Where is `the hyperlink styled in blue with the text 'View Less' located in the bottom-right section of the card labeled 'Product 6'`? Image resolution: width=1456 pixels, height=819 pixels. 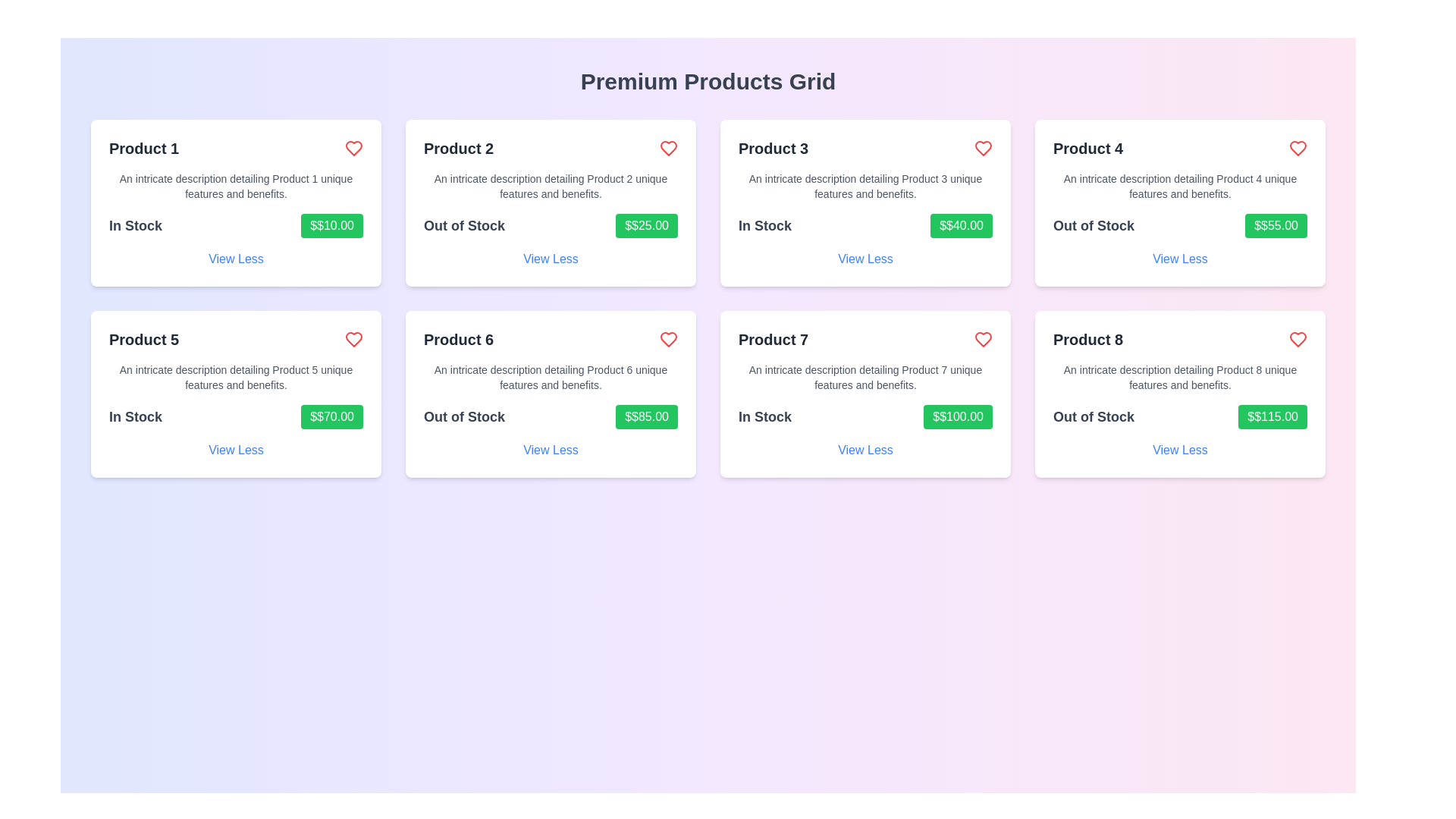
the hyperlink styled in blue with the text 'View Less' located in the bottom-right section of the card labeled 'Product 6' is located at coordinates (550, 450).